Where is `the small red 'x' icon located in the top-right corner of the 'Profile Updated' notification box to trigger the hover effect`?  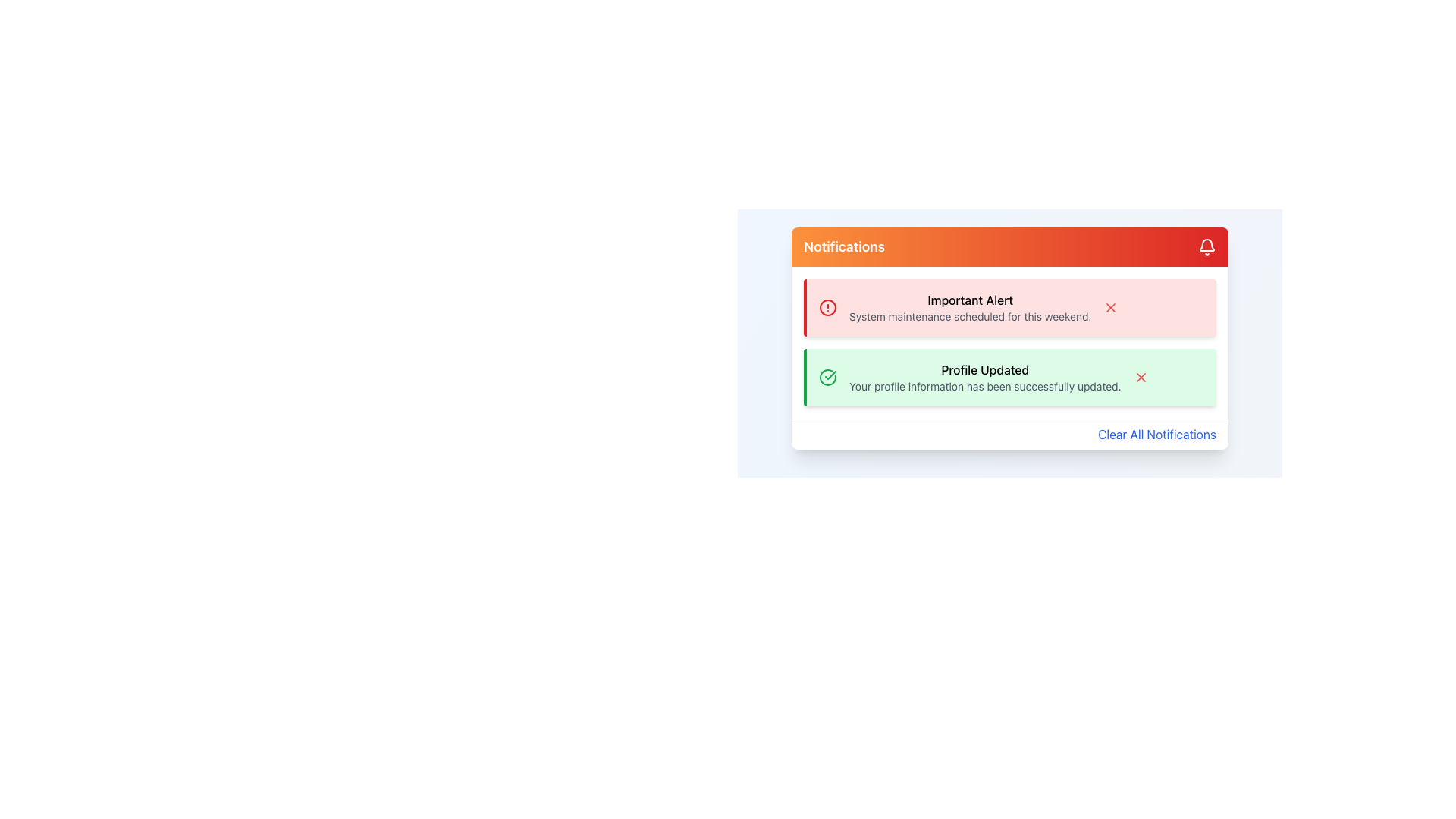
the small red 'x' icon located in the top-right corner of the 'Profile Updated' notification box to trigger the hover effect is located at coordinates (1141, 376).